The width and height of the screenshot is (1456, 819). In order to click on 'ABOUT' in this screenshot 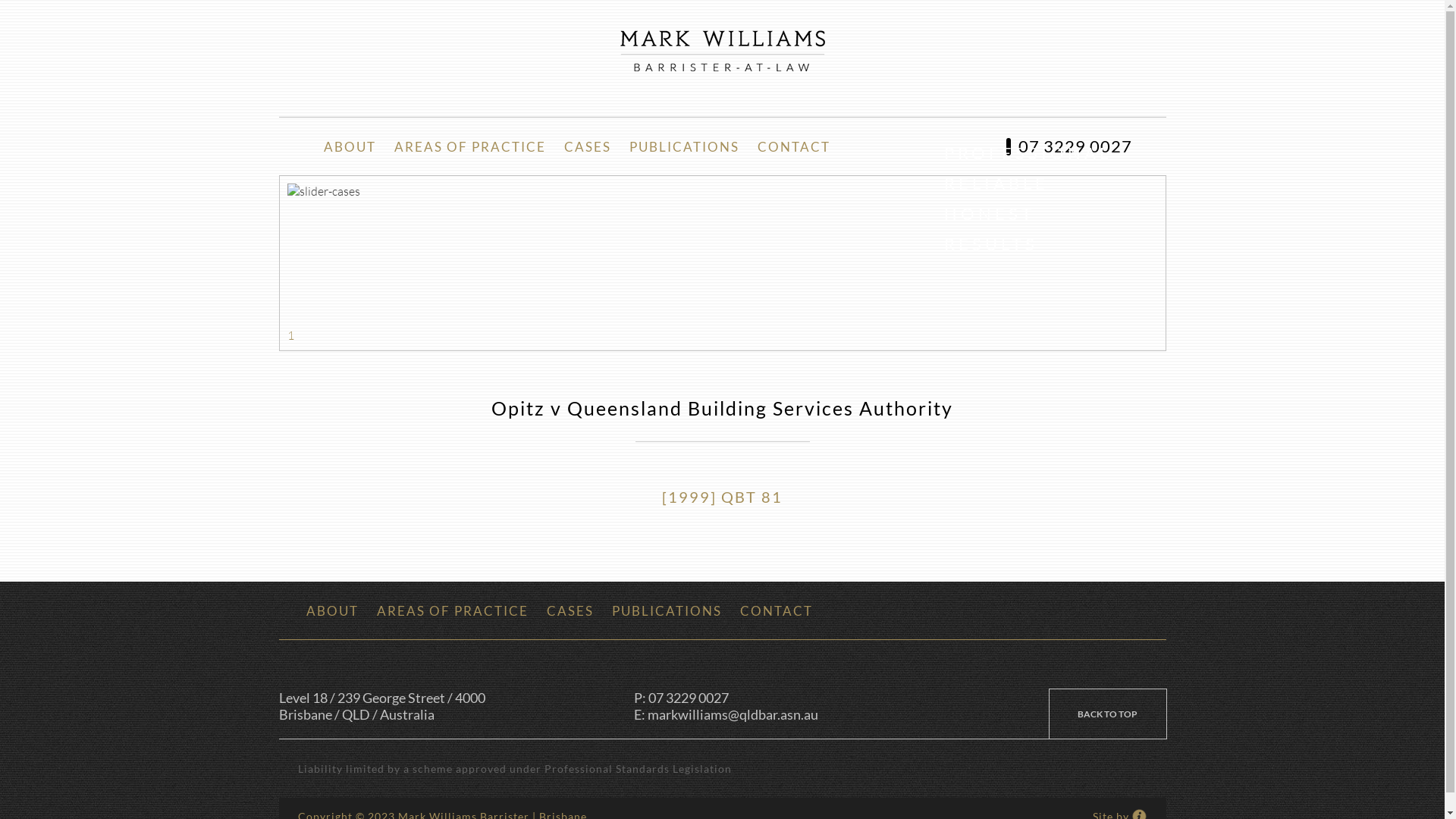, I will do `click(331, 610)`.